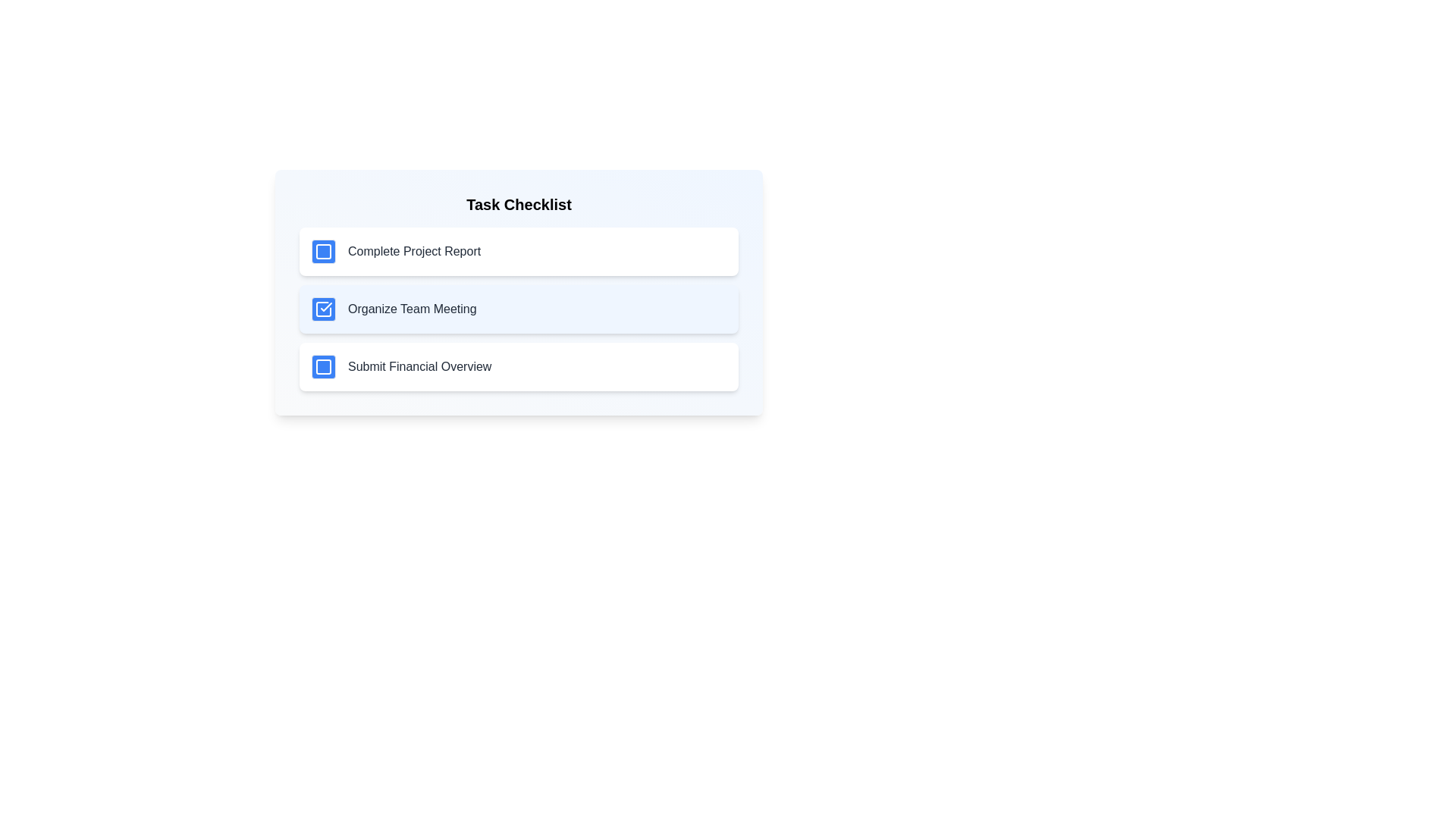 The height and width of the screenshot is (819, 1456). What do you see at coordinates (519, 250) in the screenshot?
I see `the task Complete Project Report to observe the hover effect` at bounding box center [519, 250].